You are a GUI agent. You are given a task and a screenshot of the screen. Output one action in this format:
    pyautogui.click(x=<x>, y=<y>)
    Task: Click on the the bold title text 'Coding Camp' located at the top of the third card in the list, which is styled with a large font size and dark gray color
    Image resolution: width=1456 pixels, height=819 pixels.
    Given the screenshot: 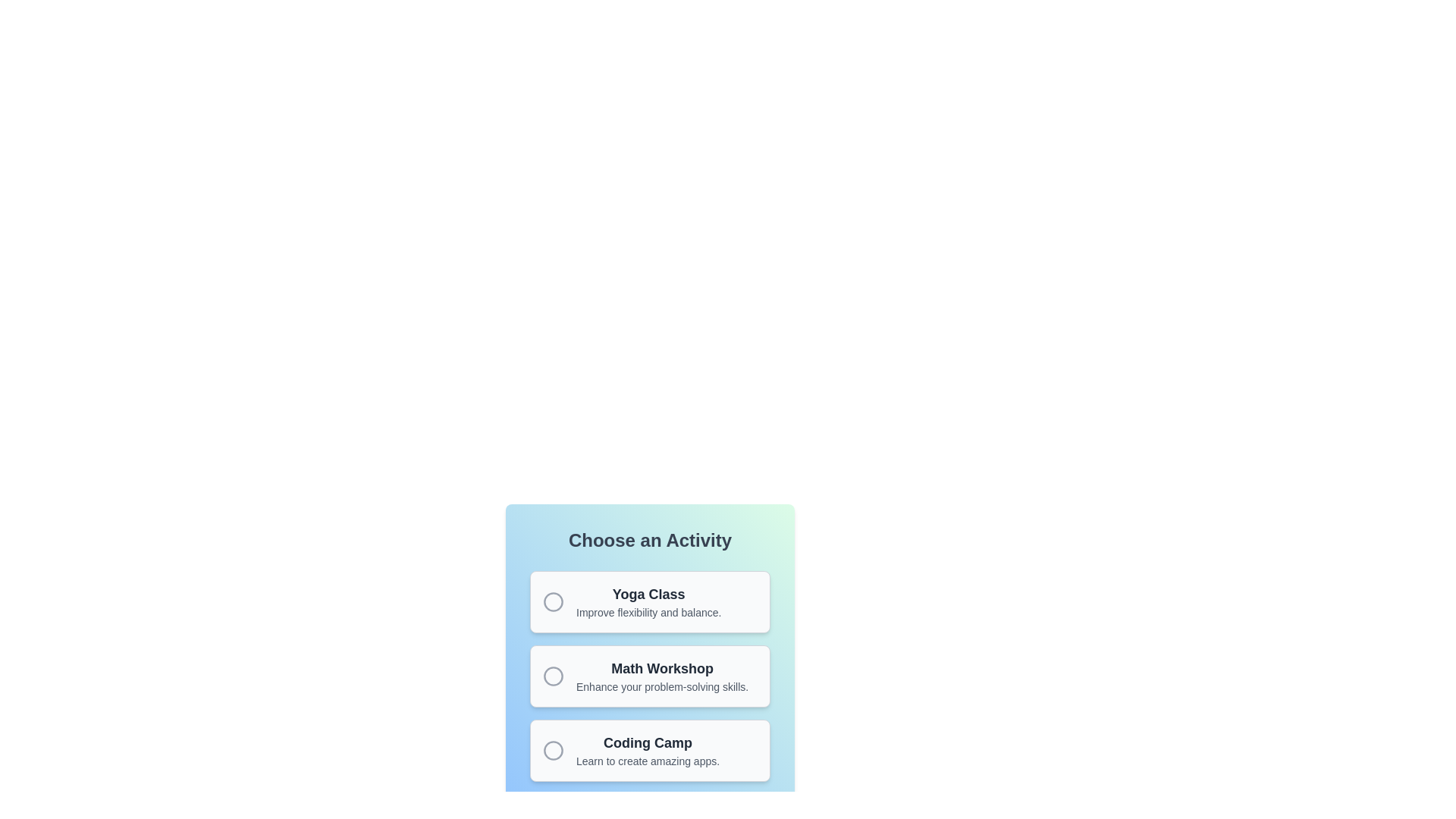 What is the action you would take?
    pyautogui.click(x=648, y=742)
    